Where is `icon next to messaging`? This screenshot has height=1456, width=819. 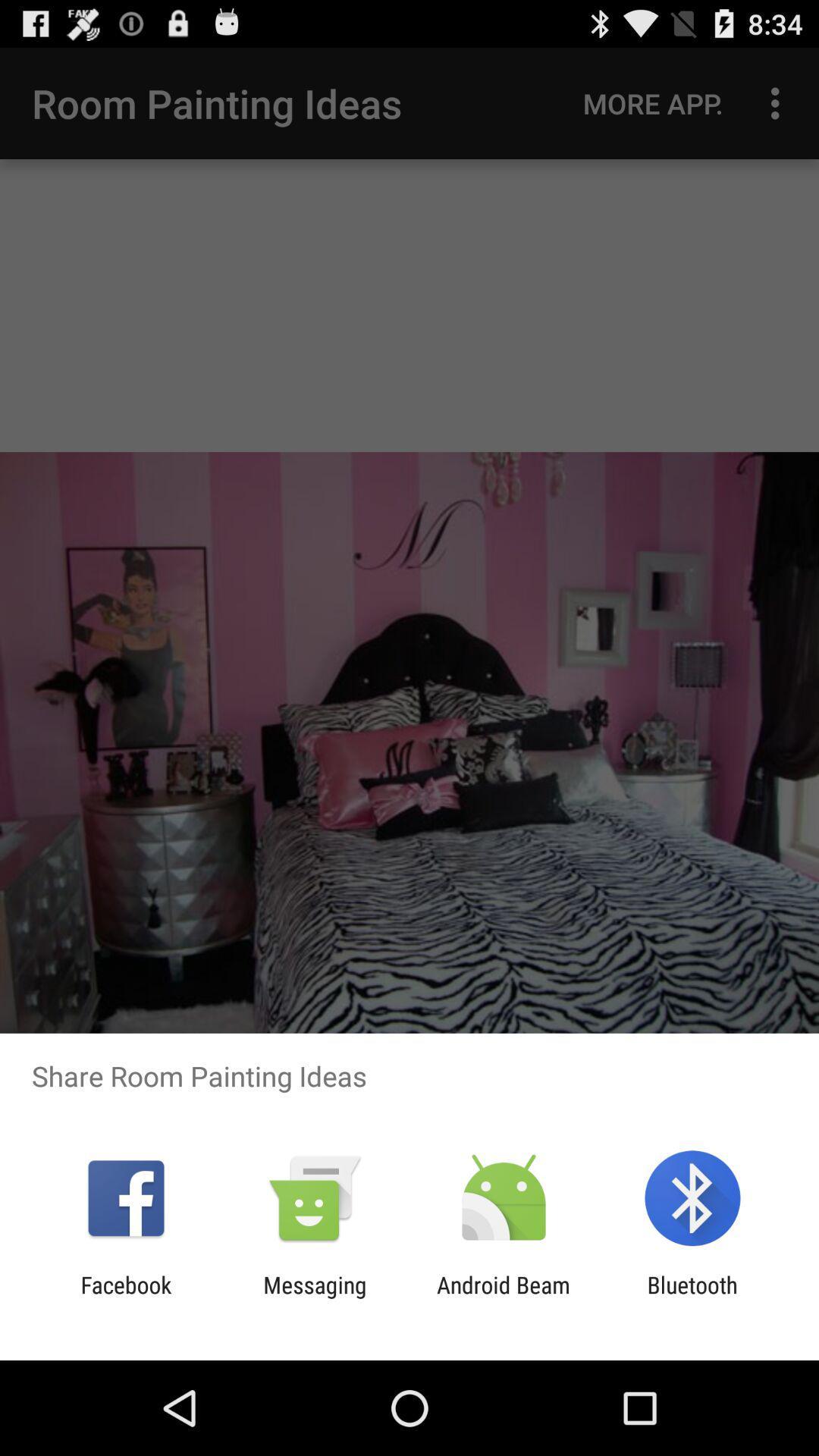 icon next to messaging is located at coordinates (504, 1298).